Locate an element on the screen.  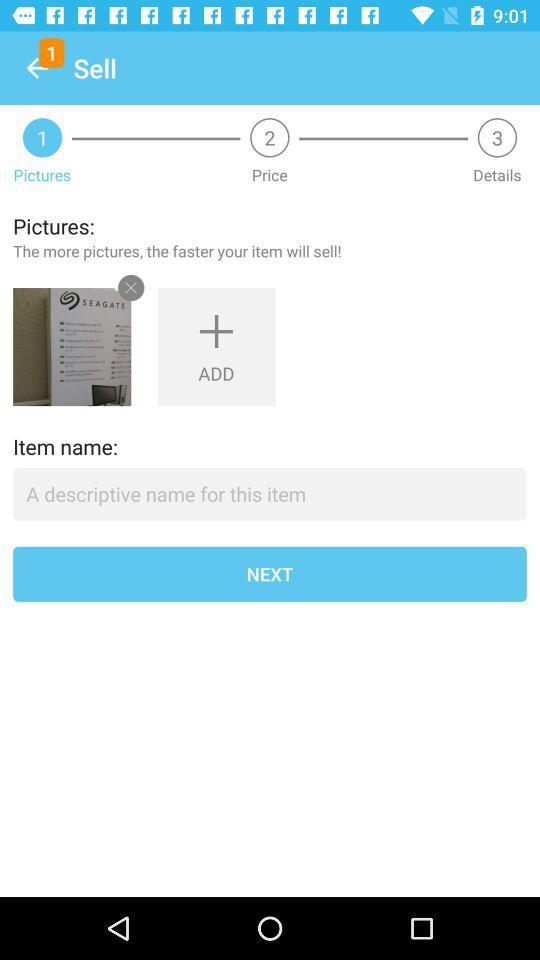
the icon below the the more pictures is located at coordinates (71, 347).